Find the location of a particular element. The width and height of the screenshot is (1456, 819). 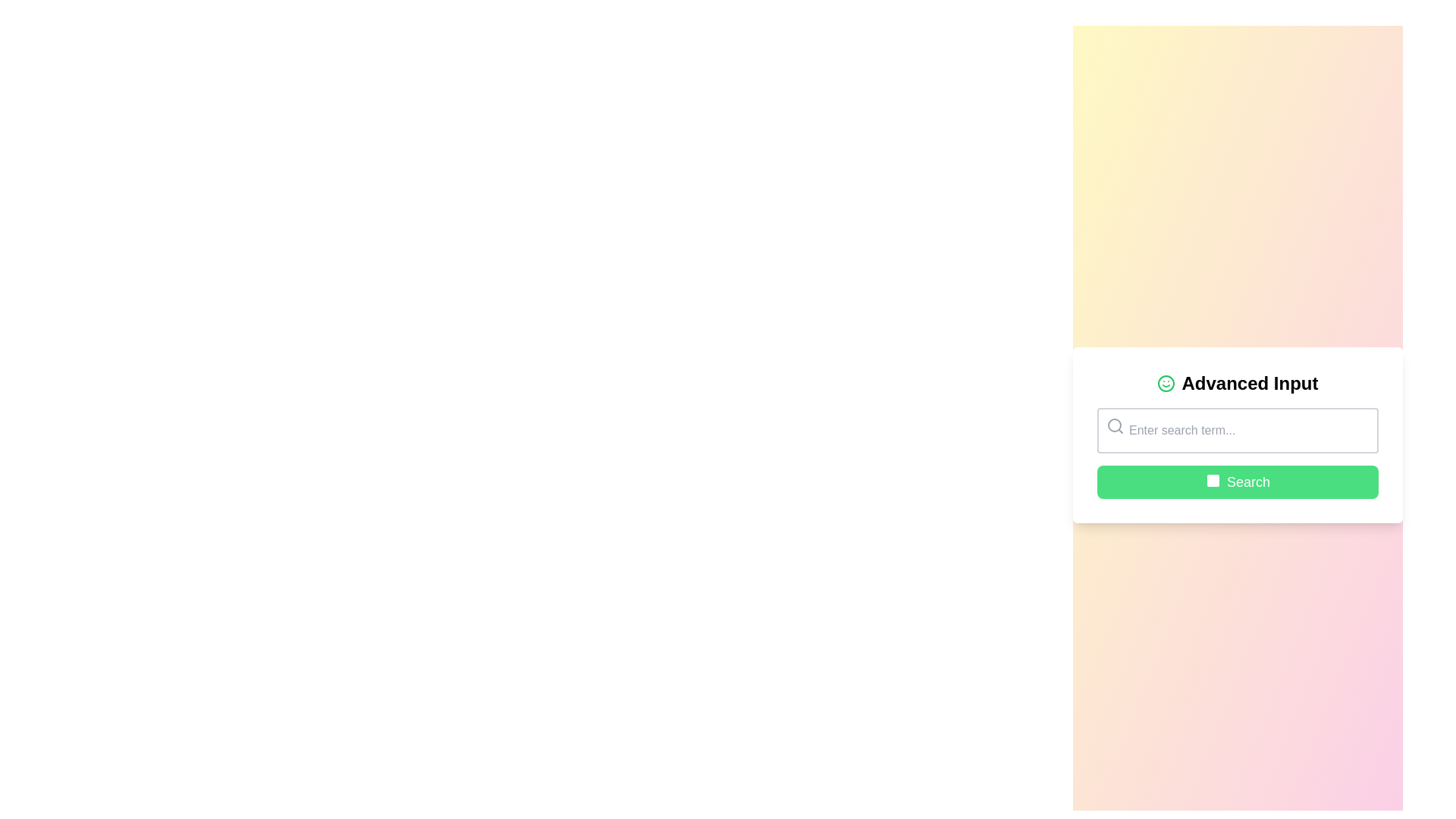

the SVG circle that represents the magnifying glass in the search icon, located to the left of the input box in the advanced search section is located at coordinates (1114, 425).